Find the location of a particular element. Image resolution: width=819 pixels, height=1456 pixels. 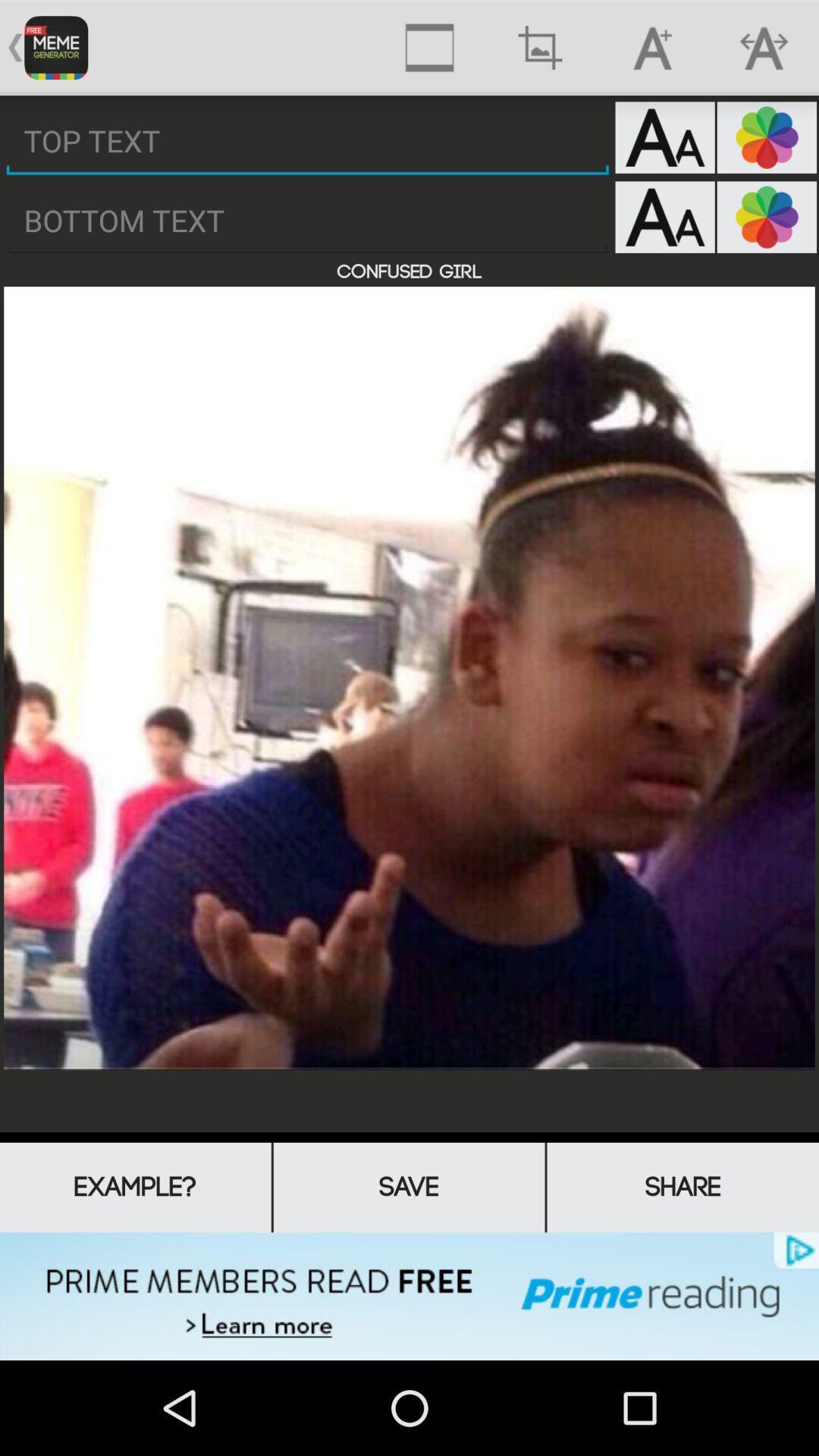

change text settings is located at coordinates (664, 137).